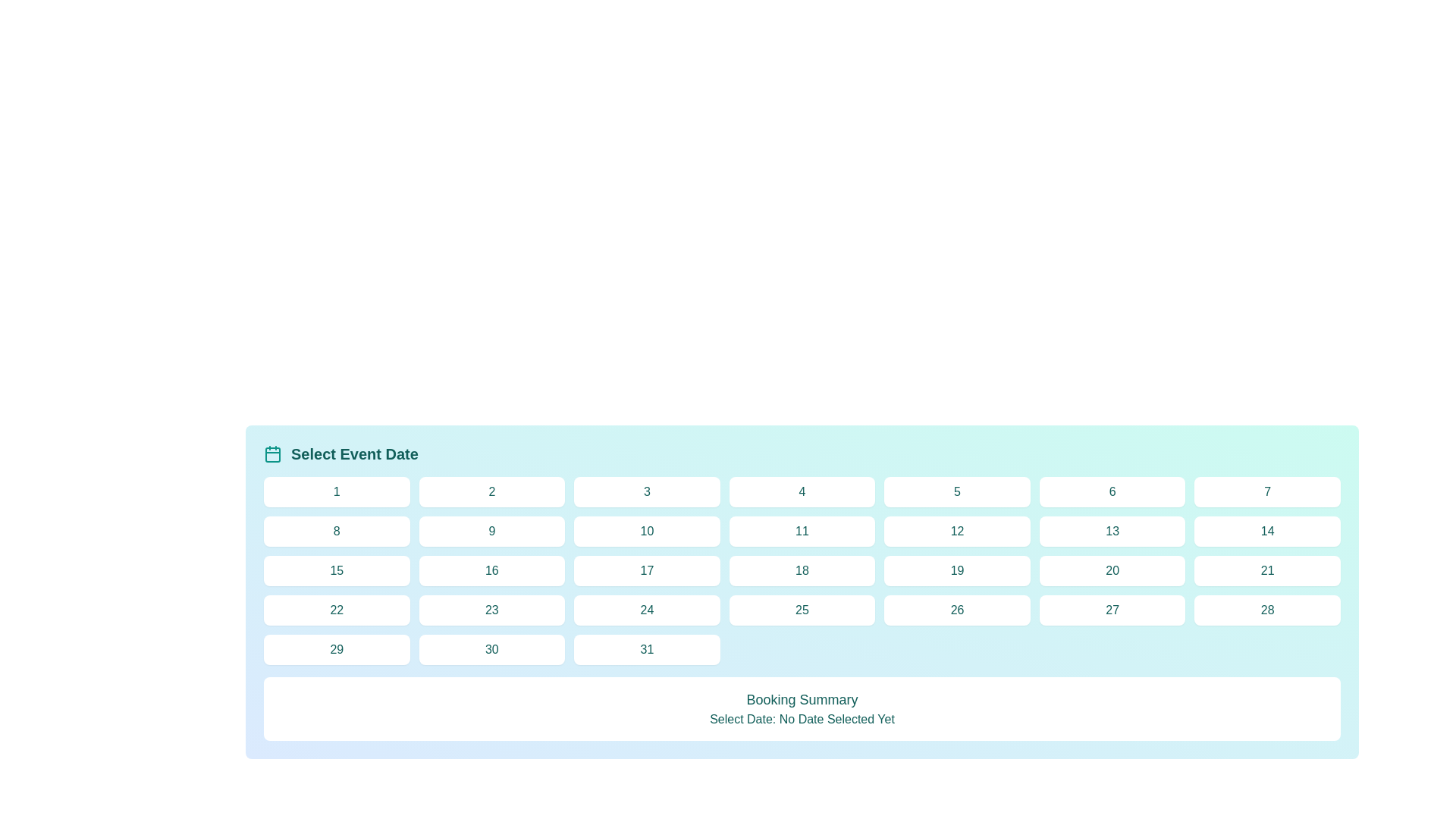 The image size is (1456, 819). What do you see at coordinates (491, 610) in the screenshot?
I see `the button labeled '23' with a white background and teal text` at bounding box center [491, 610].